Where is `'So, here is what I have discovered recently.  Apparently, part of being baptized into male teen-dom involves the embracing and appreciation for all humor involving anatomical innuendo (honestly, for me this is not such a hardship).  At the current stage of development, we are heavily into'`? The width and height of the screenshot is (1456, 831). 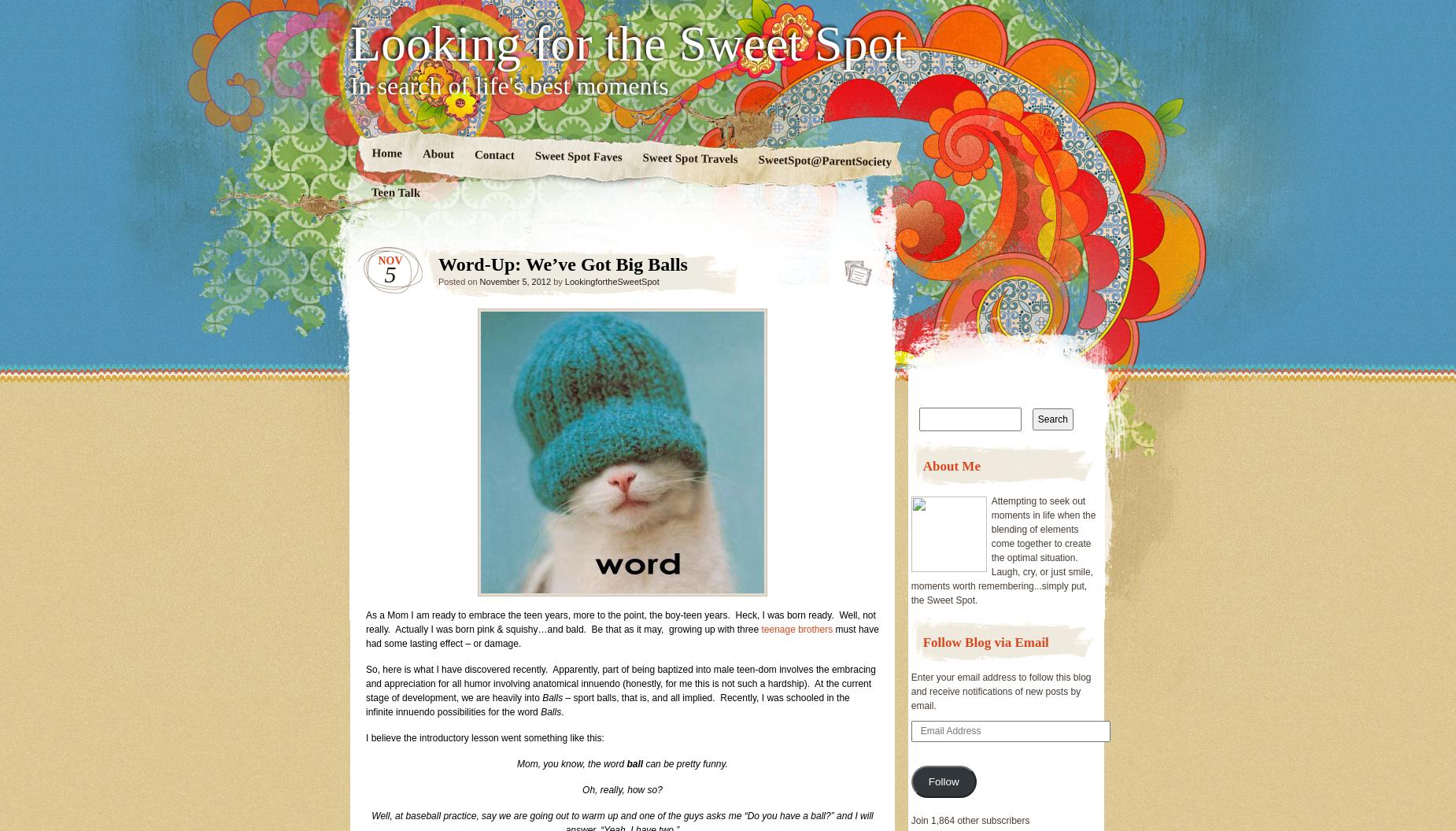 'So, here is what I have discovered recently.  Apparently, part of being baptized into male teen-dom involves the embracing and appreciation for all humor involving anatomical innuendo (honestly, for me this is not such a hardship).  At the current stage of development, we are heavily into' is located at coordinates (366, 682).